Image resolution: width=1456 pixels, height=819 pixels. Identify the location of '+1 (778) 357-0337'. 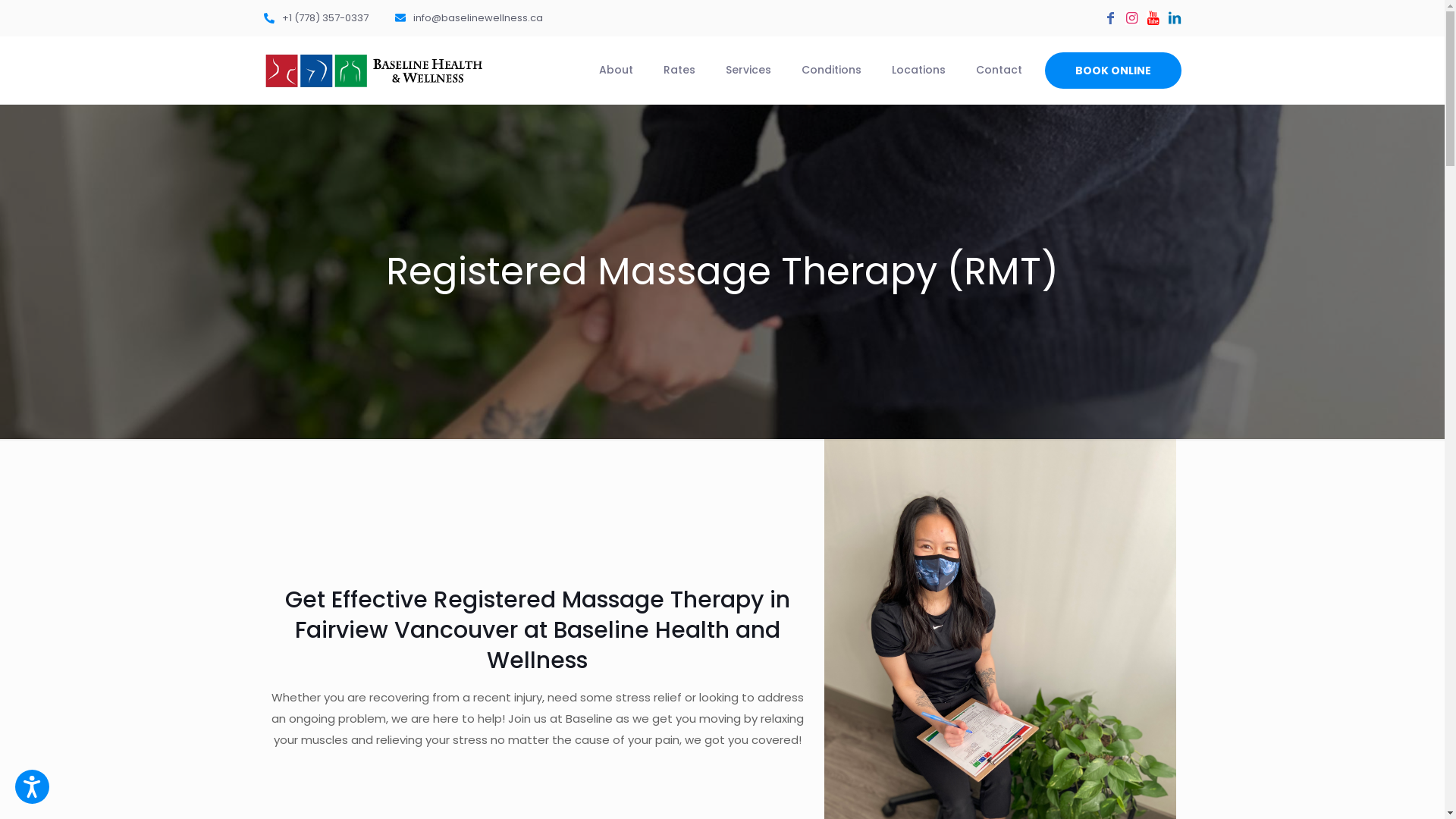
(315, 17).